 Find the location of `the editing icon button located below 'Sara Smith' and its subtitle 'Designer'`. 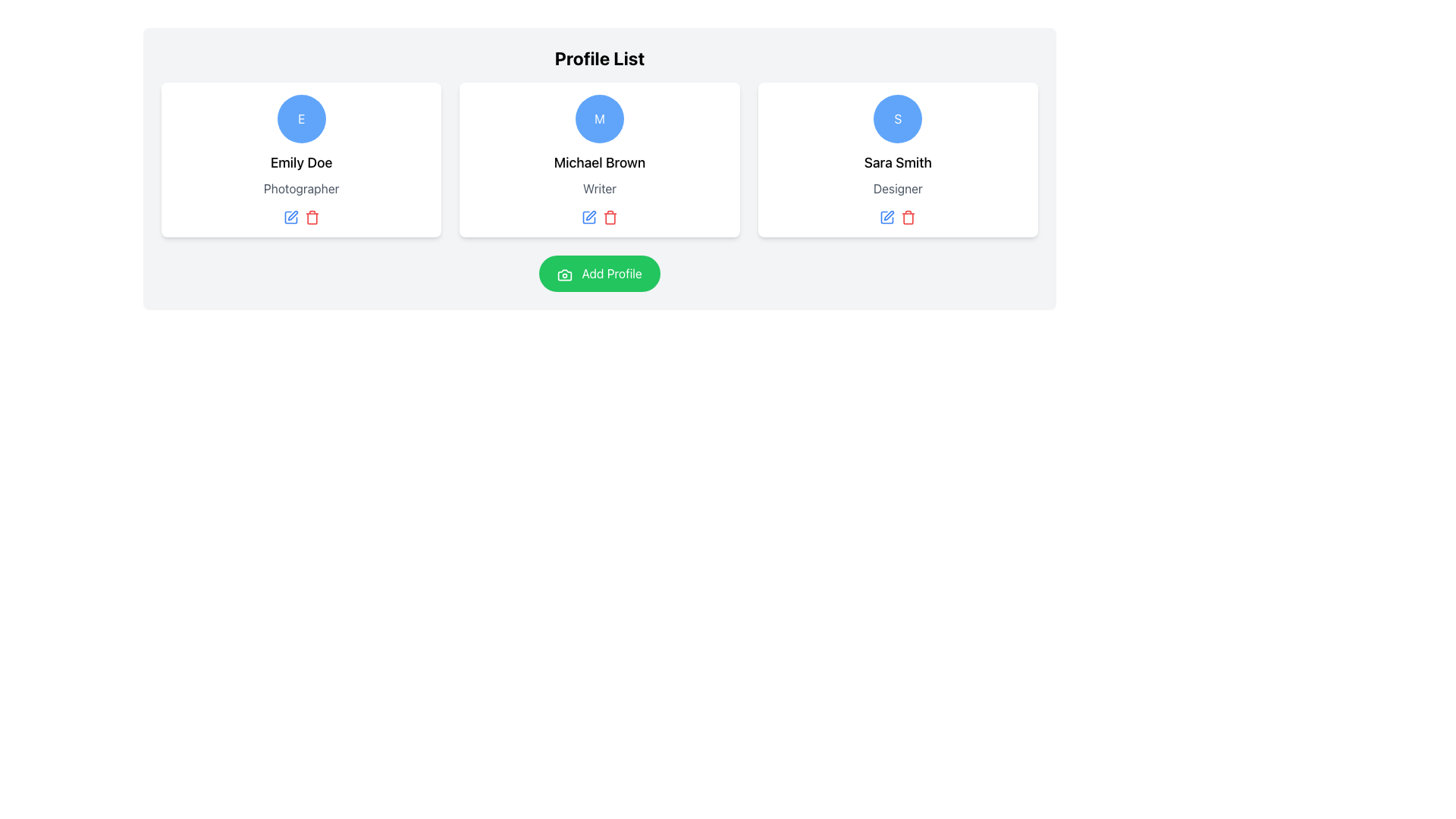

the editing icon button located below 'Sara Smith' and its subtitle 'Designer' is located at coordinates (887, 217).